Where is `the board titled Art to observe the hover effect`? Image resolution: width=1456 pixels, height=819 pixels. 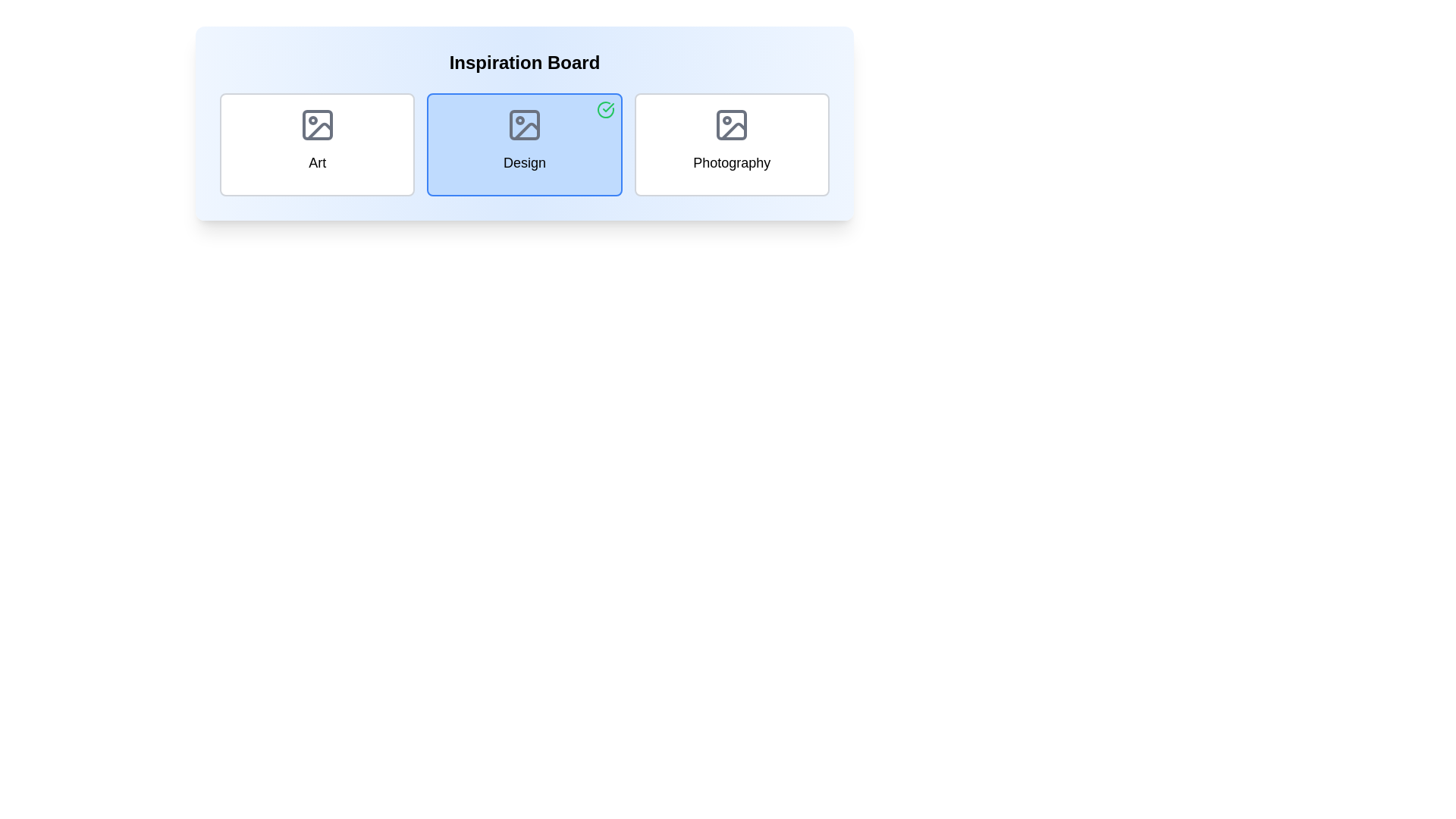
the board titled Art to observe the hover effect is located at coordinates (316, 145).